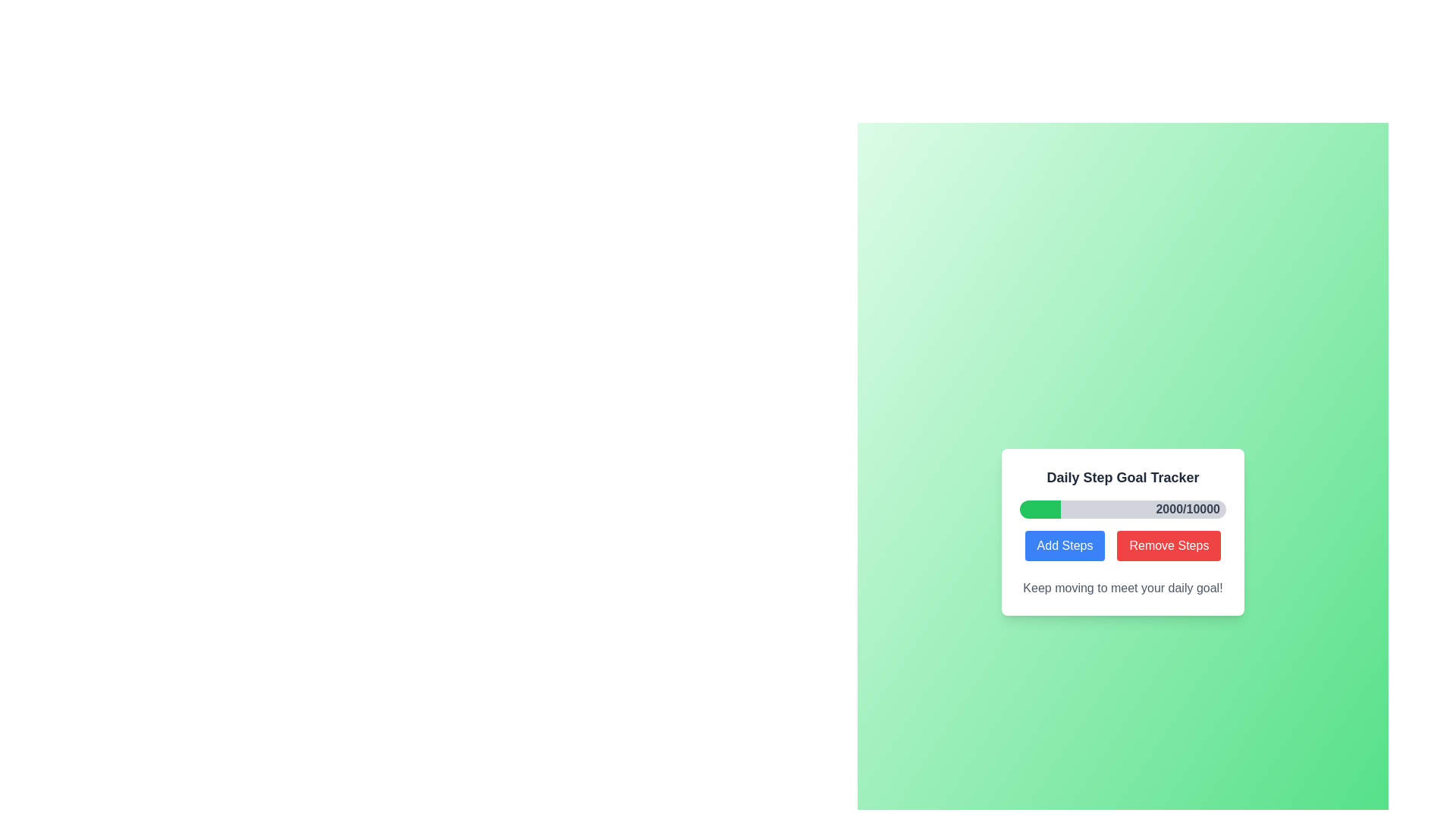 This screenshot has width=1456, height=819. I want to click on the 'Remove Steps' button within the 'Daily Step Goal Tracker' to decrement the step count, so click(1123, 546).